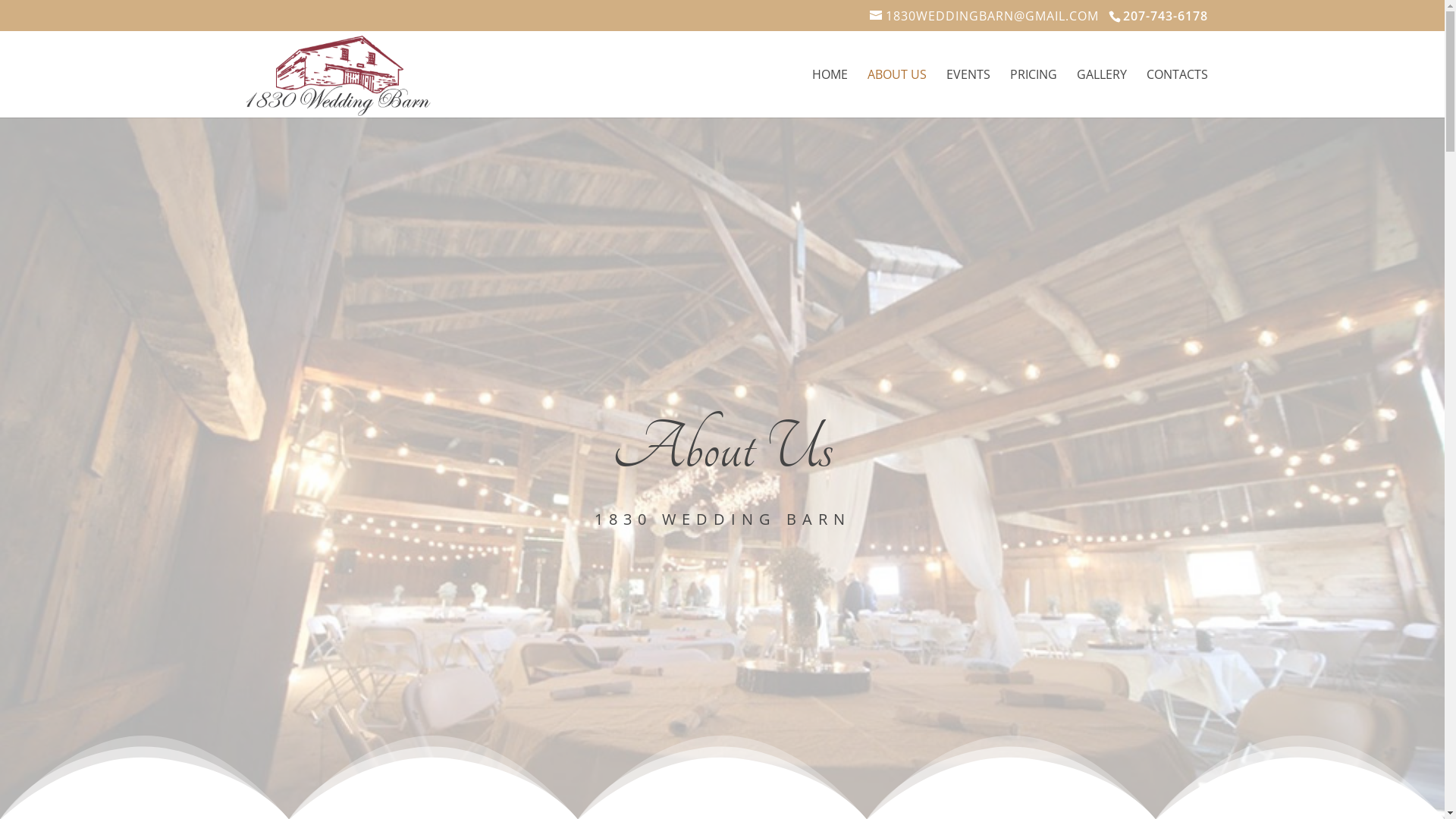 This screenshot has width=1456, height=819. Describe the element at coordinates (1176, 93) in the screenshot. I see `'CONTACTS'` at that location.